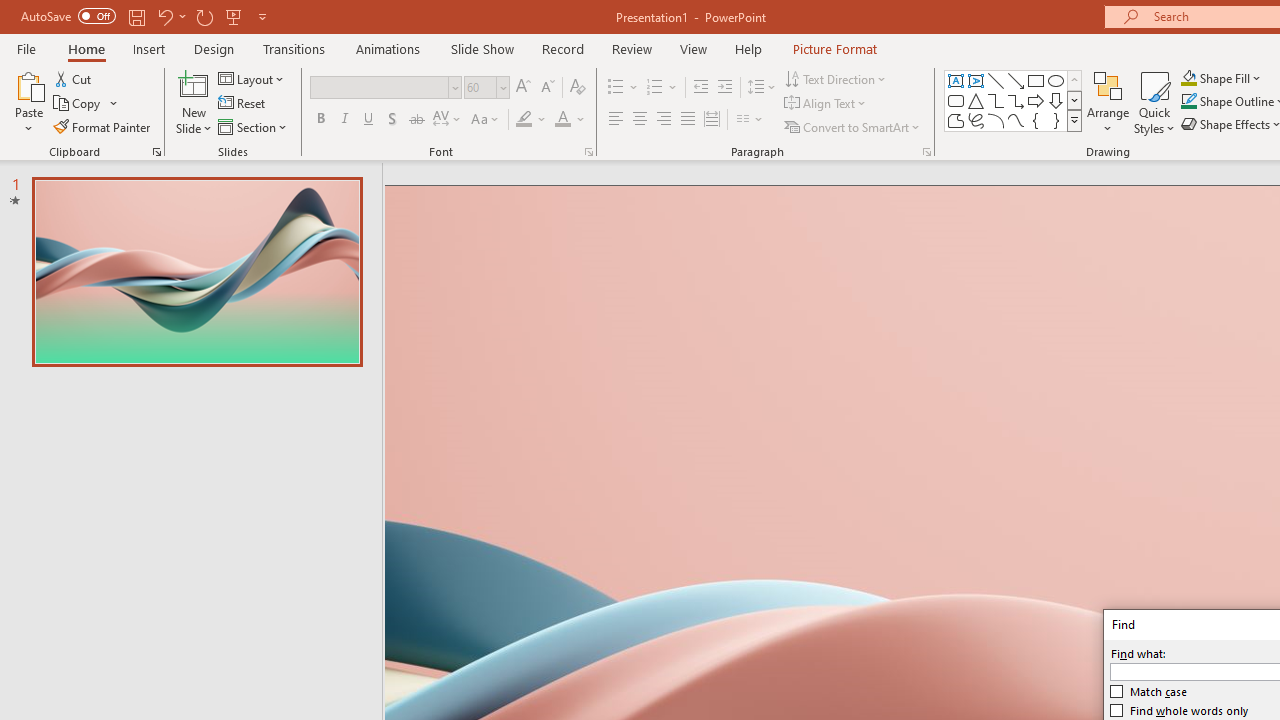  Describe the element at coordinates (522, 86) in the screenshot. I see `'Increase Font Size'` at that location.